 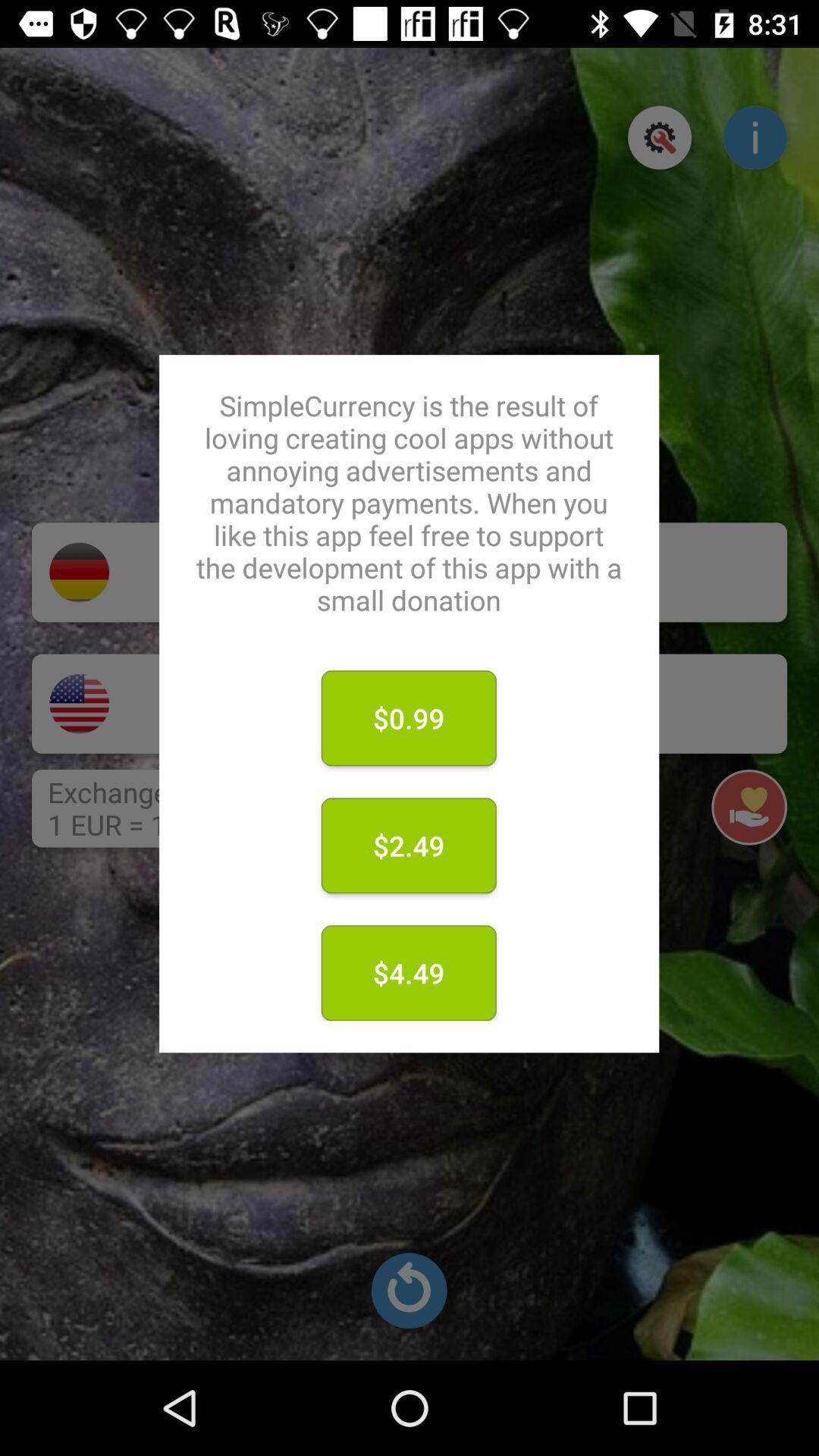 What do you see at coordinates (659, 137) in the screenshot?
I see `the settings icon` at bounding box center [659, 137].